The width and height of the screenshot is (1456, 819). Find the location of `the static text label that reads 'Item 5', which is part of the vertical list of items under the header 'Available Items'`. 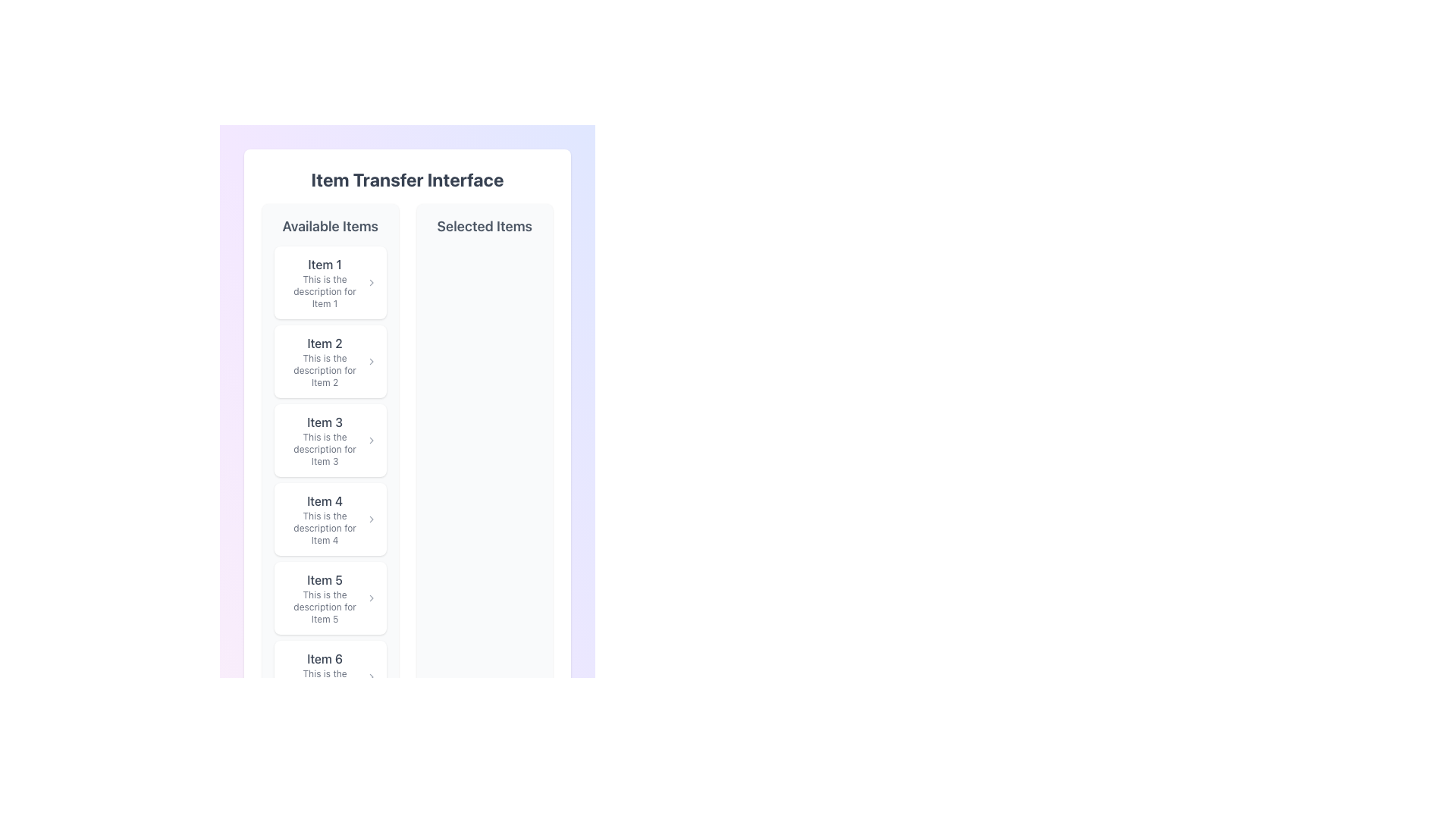

the static text label that reads 'Item 5', which is part of the vertical list of items under the header 'Available Items' is located at coordinates (324, 579).